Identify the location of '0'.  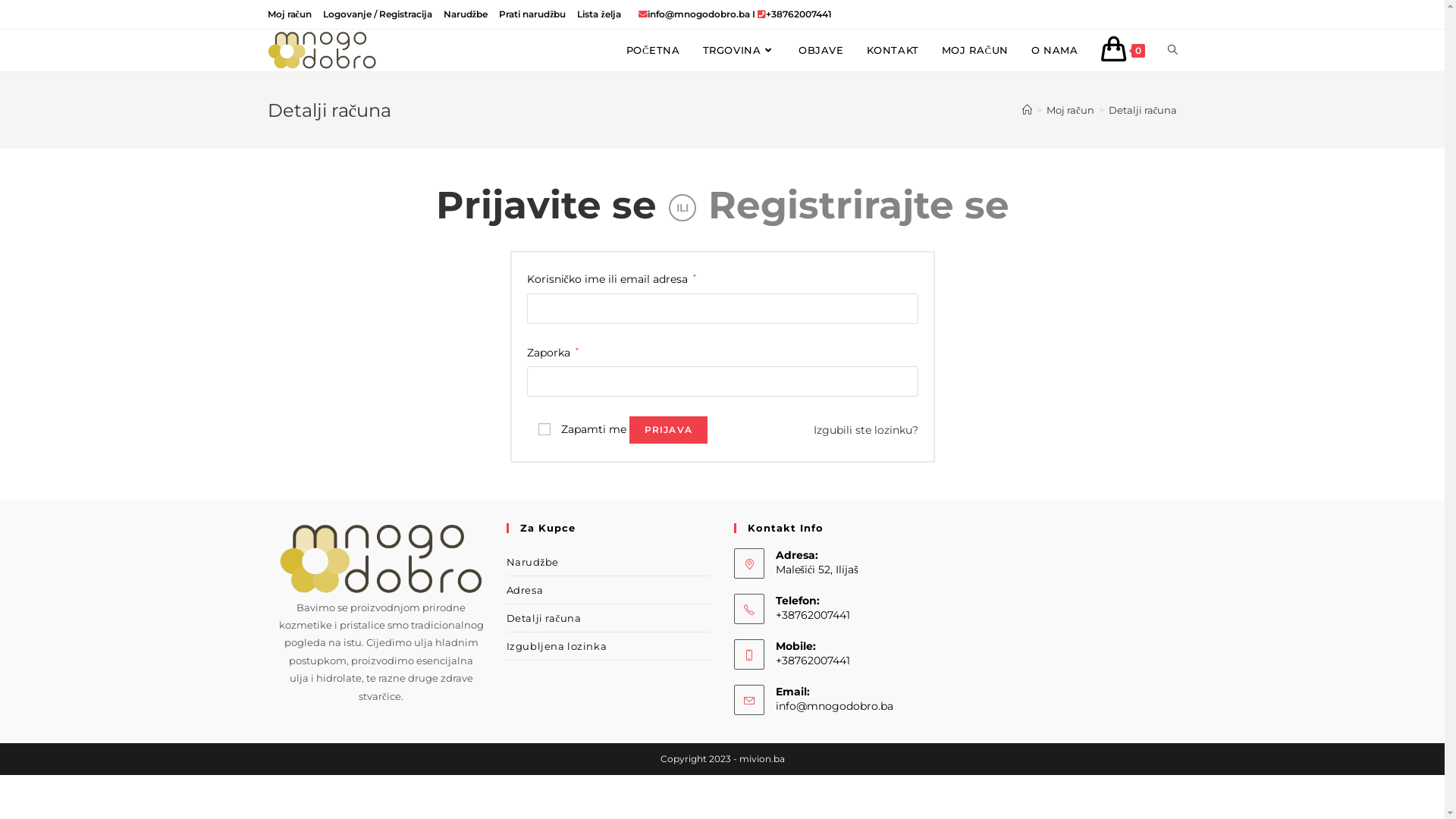
(1122, 49).